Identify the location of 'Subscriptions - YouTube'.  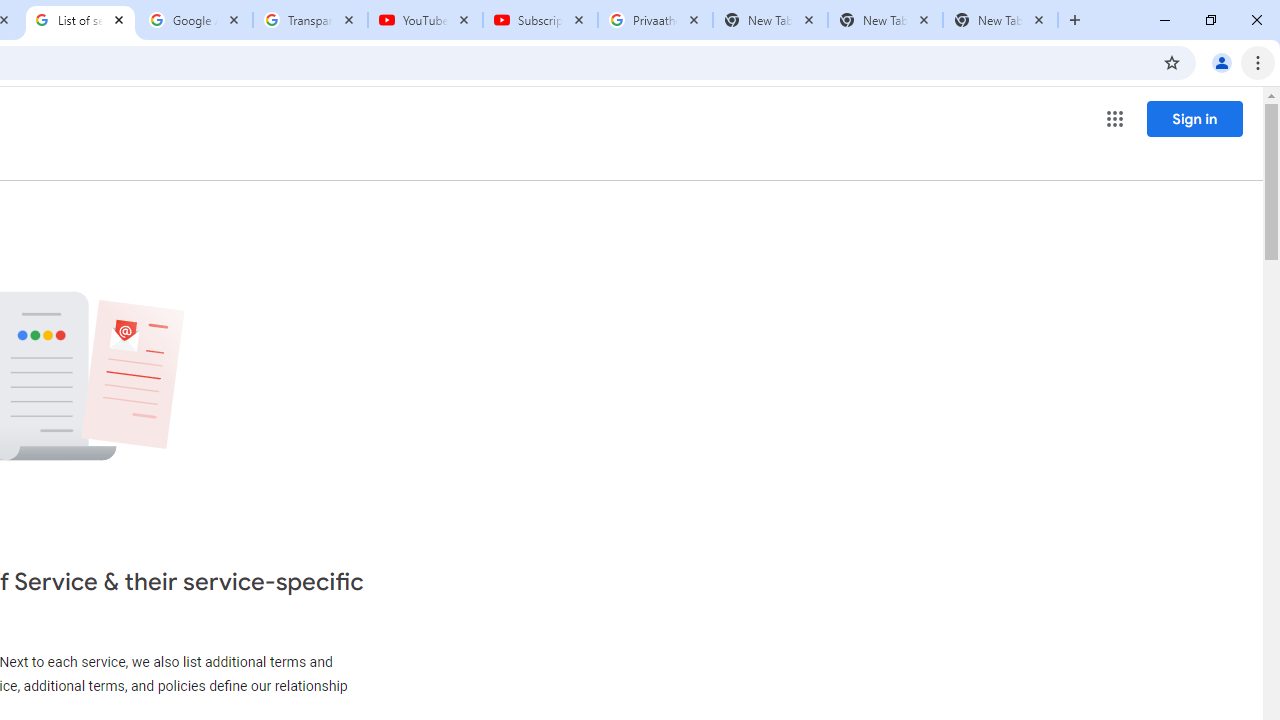
(540, 20).